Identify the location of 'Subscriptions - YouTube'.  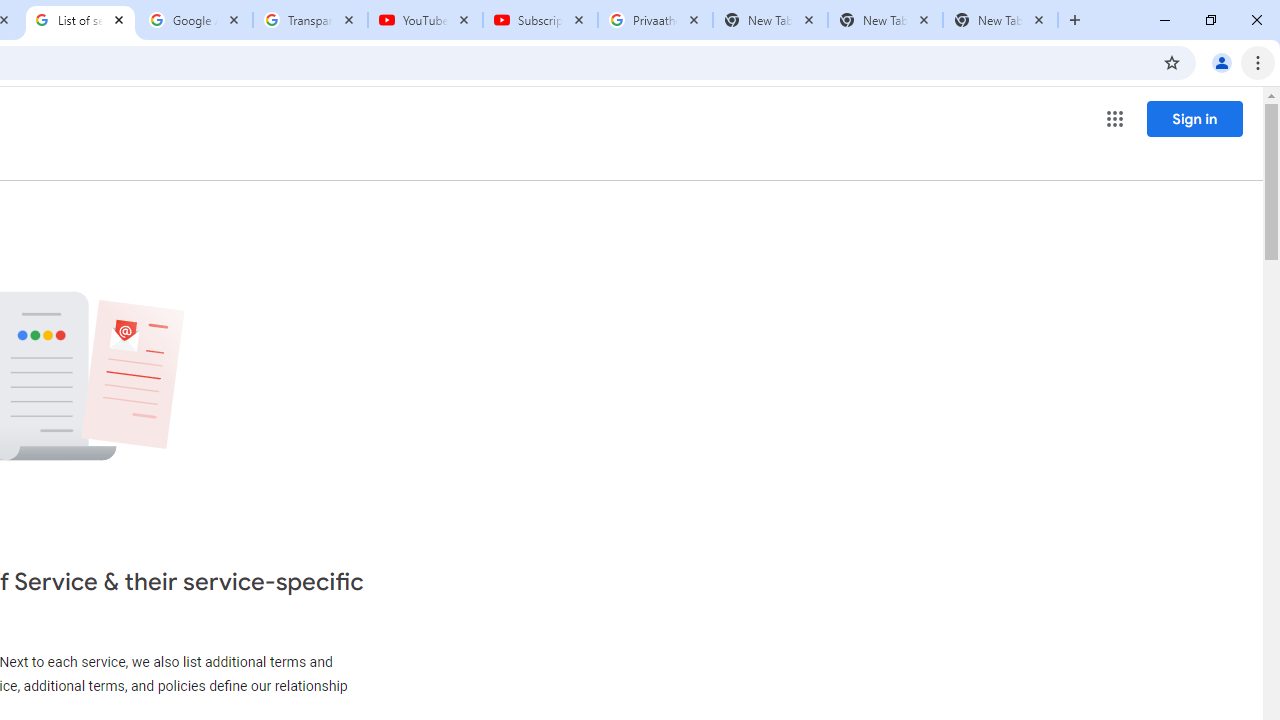
(540, 20).